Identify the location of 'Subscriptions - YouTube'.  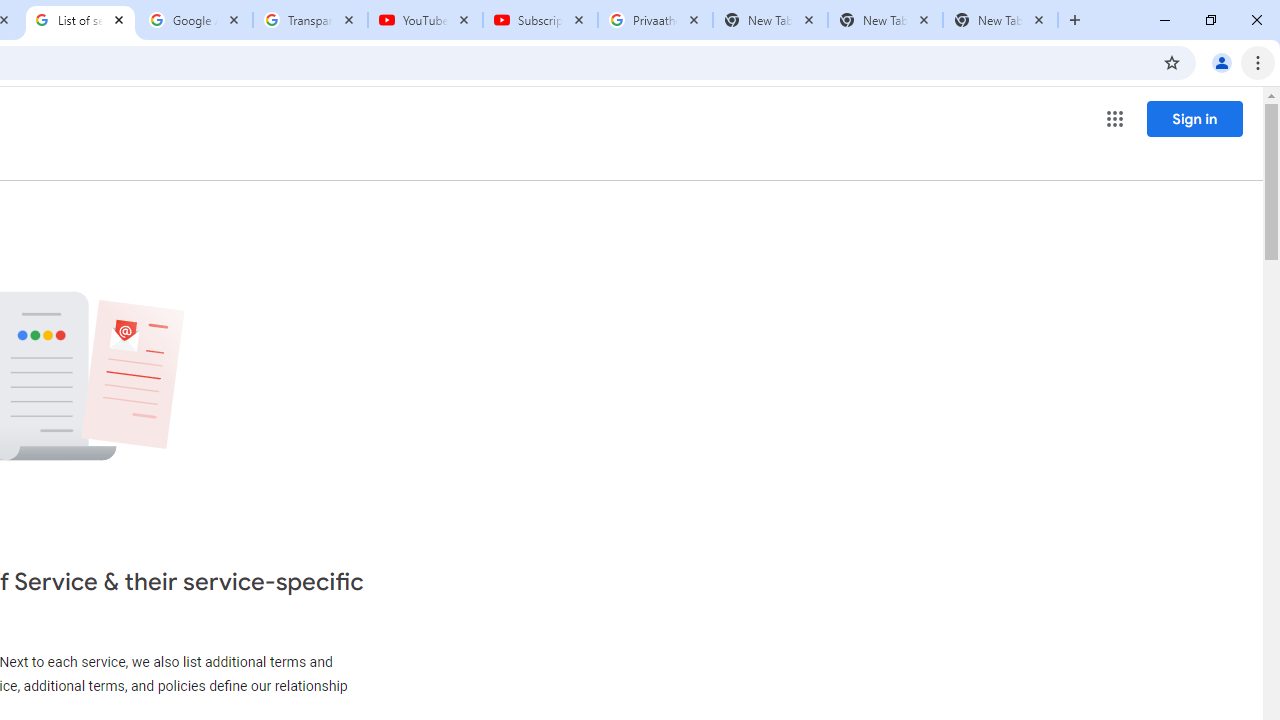
(540, 20).